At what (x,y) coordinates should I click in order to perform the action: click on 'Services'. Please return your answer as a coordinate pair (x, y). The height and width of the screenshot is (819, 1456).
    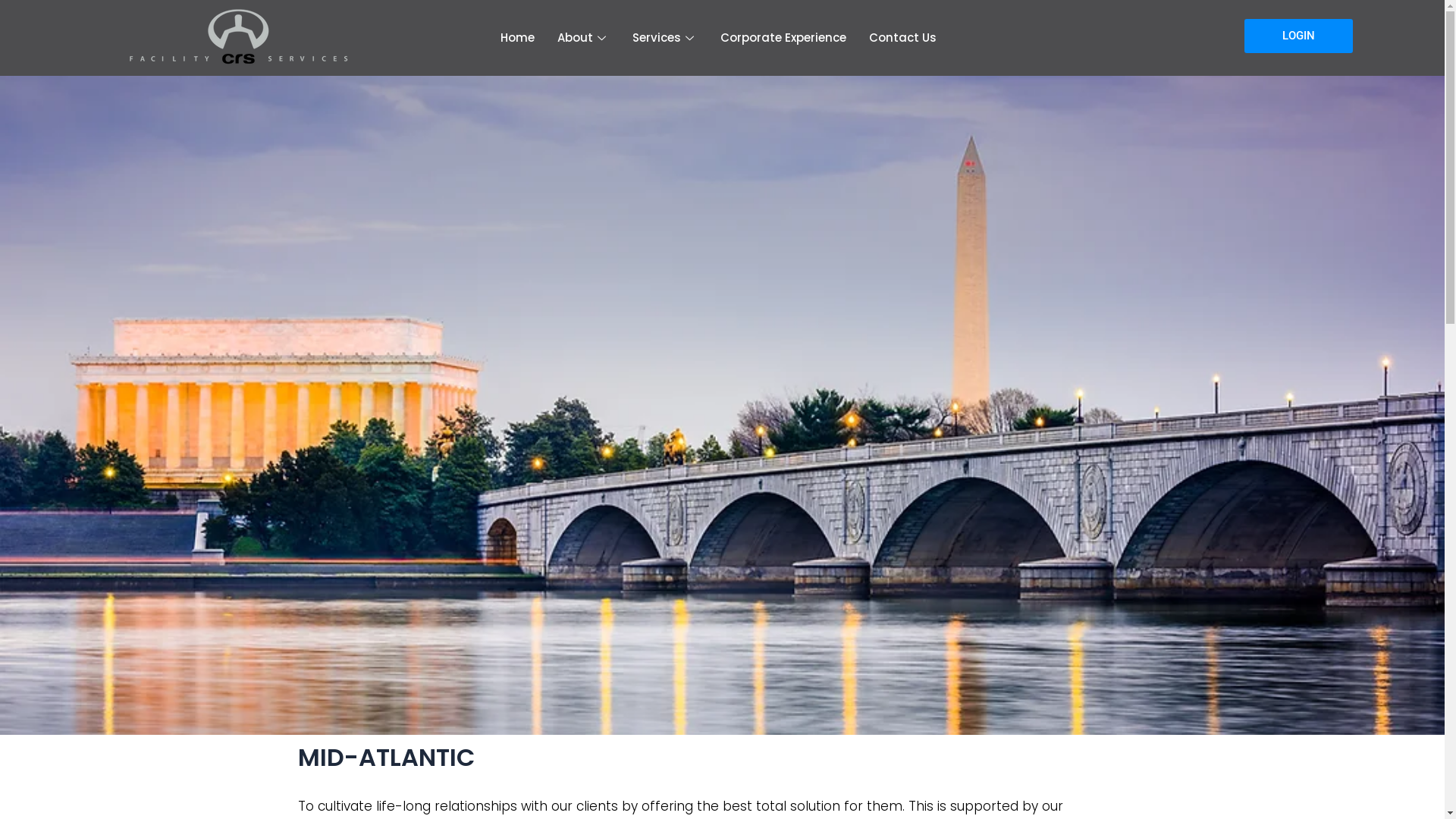
    Looking at the image, I should click on (665, 37).